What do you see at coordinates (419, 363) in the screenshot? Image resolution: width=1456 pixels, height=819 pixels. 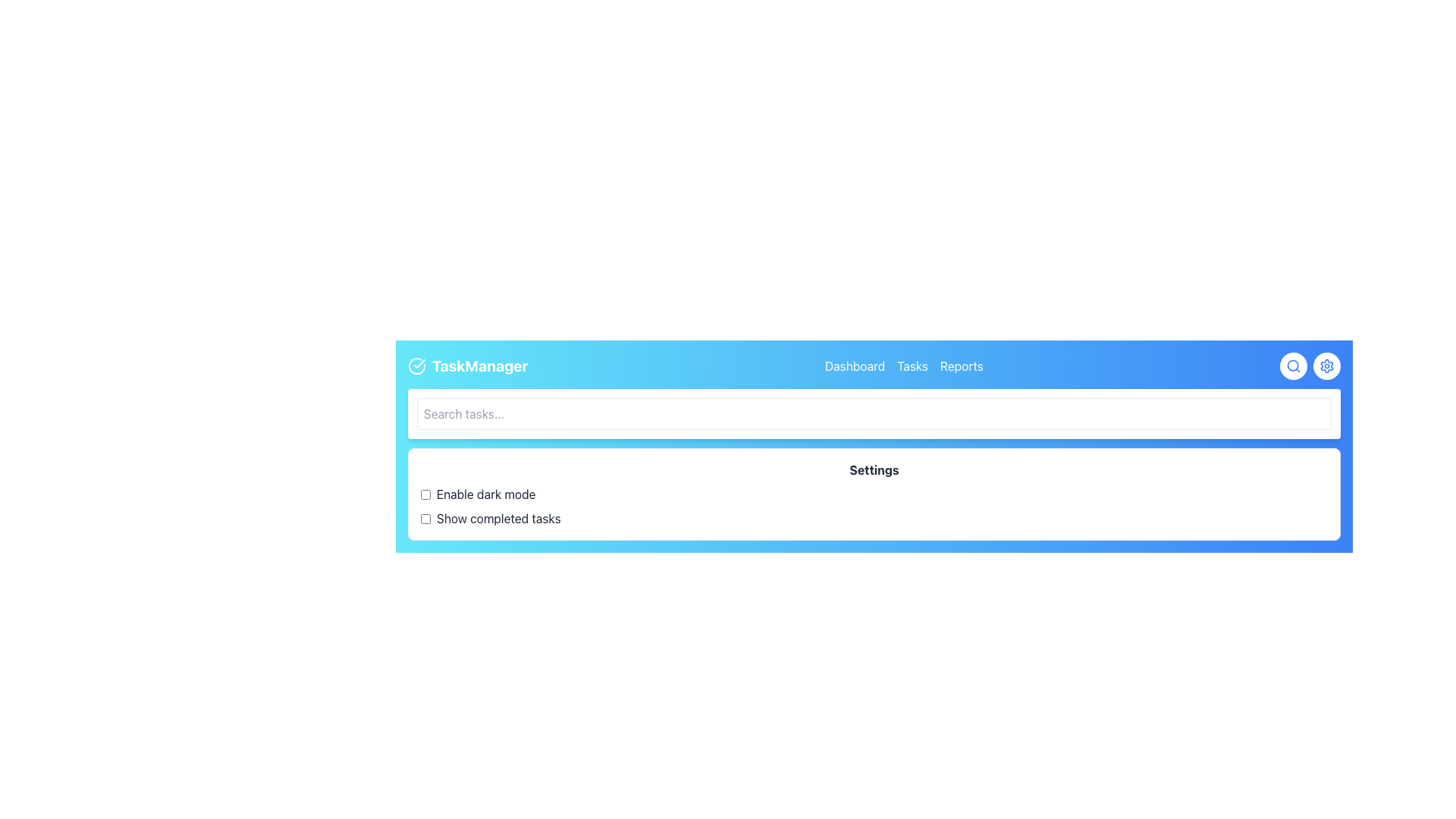 I see `the checkmark icon that represents confirmation or success, which is centrally positioned within a circular icon` at bounding box center [419, 363].